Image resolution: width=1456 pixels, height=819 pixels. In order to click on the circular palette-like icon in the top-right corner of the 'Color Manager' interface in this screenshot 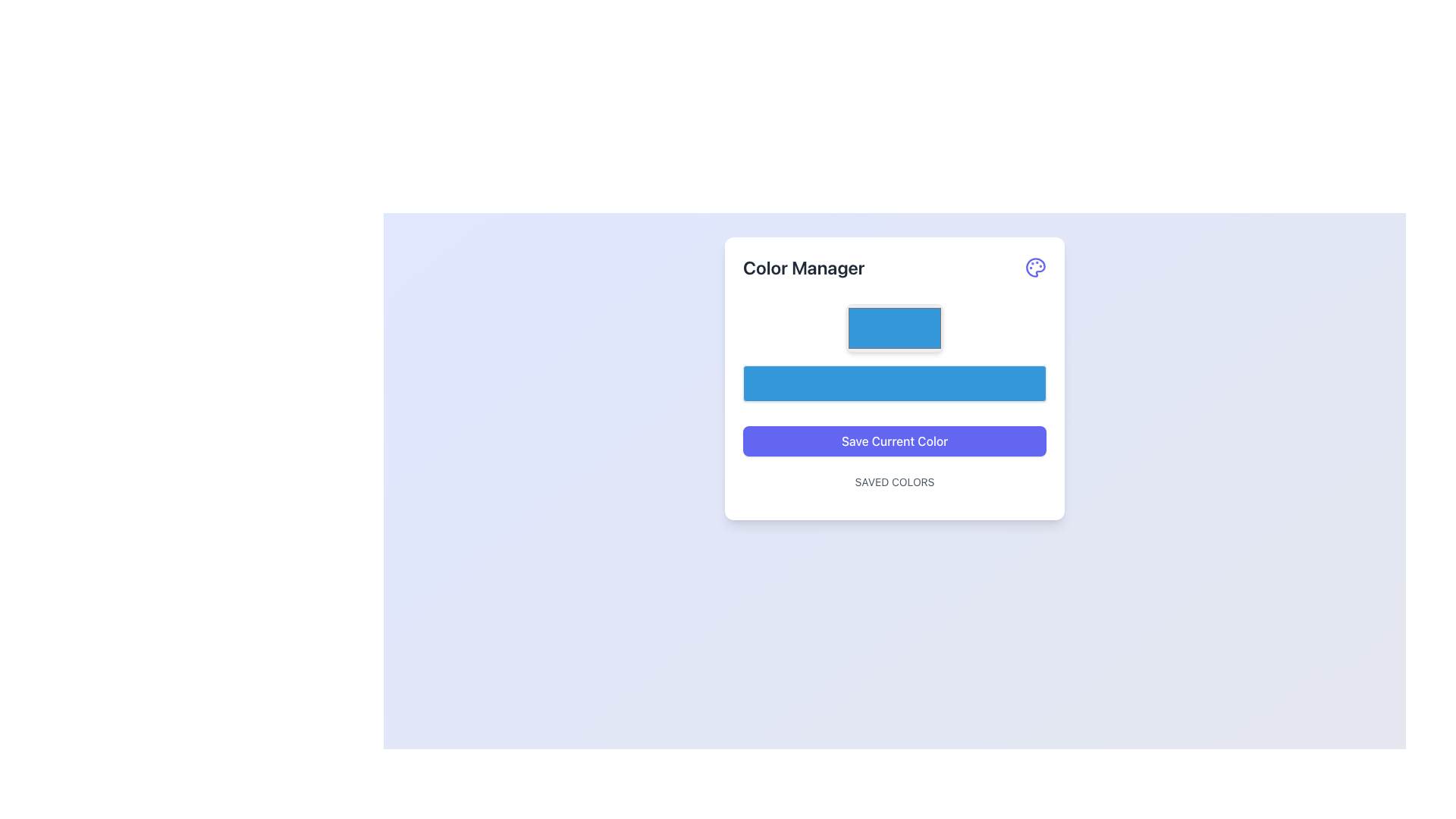, I will do `click(1035, 267)`.